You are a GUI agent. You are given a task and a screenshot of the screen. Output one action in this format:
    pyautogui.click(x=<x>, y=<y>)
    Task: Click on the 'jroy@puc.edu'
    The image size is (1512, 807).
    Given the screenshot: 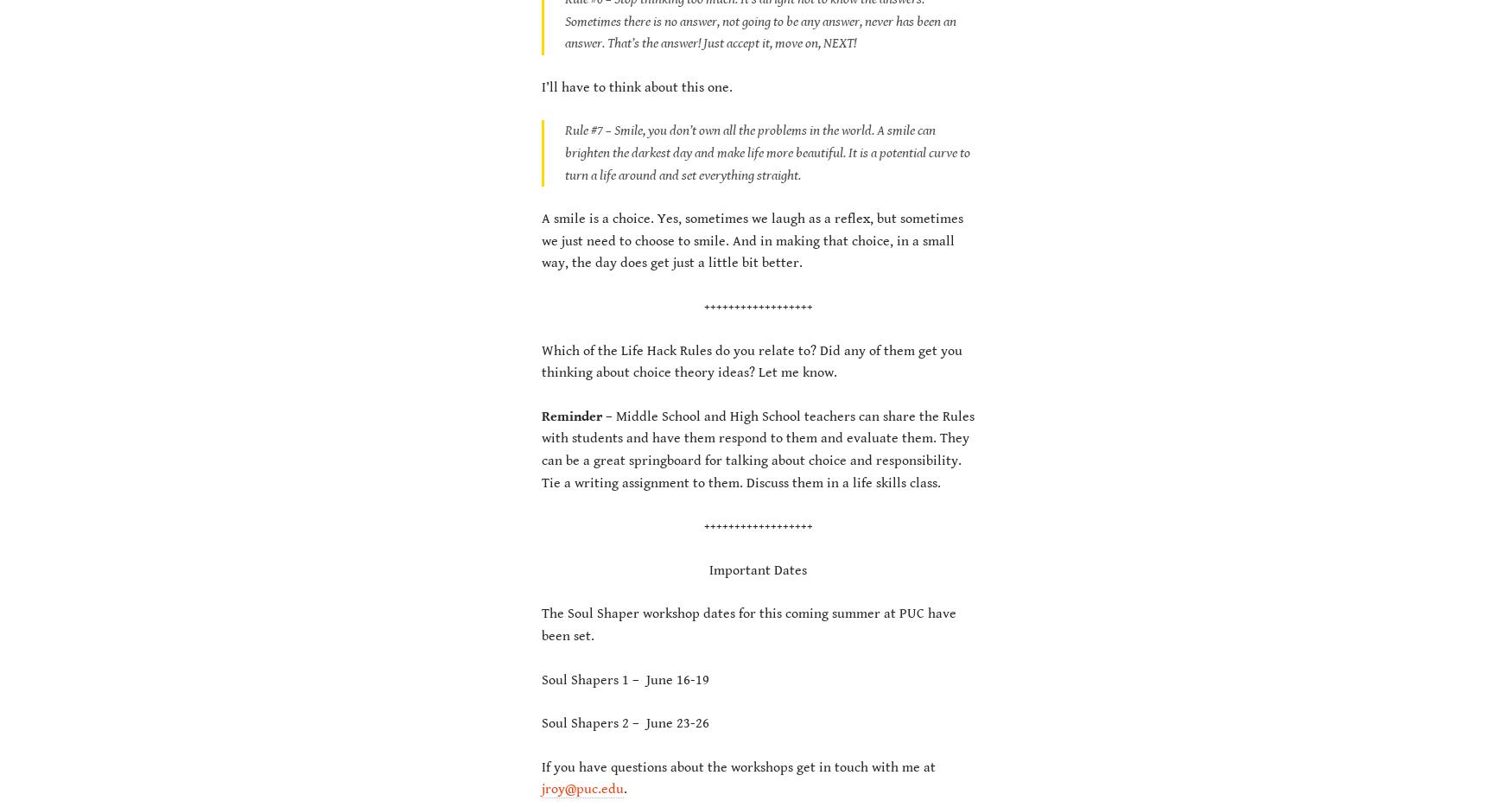 What is the action you would take?
    pyautogui.click(x=541, y=789)
    